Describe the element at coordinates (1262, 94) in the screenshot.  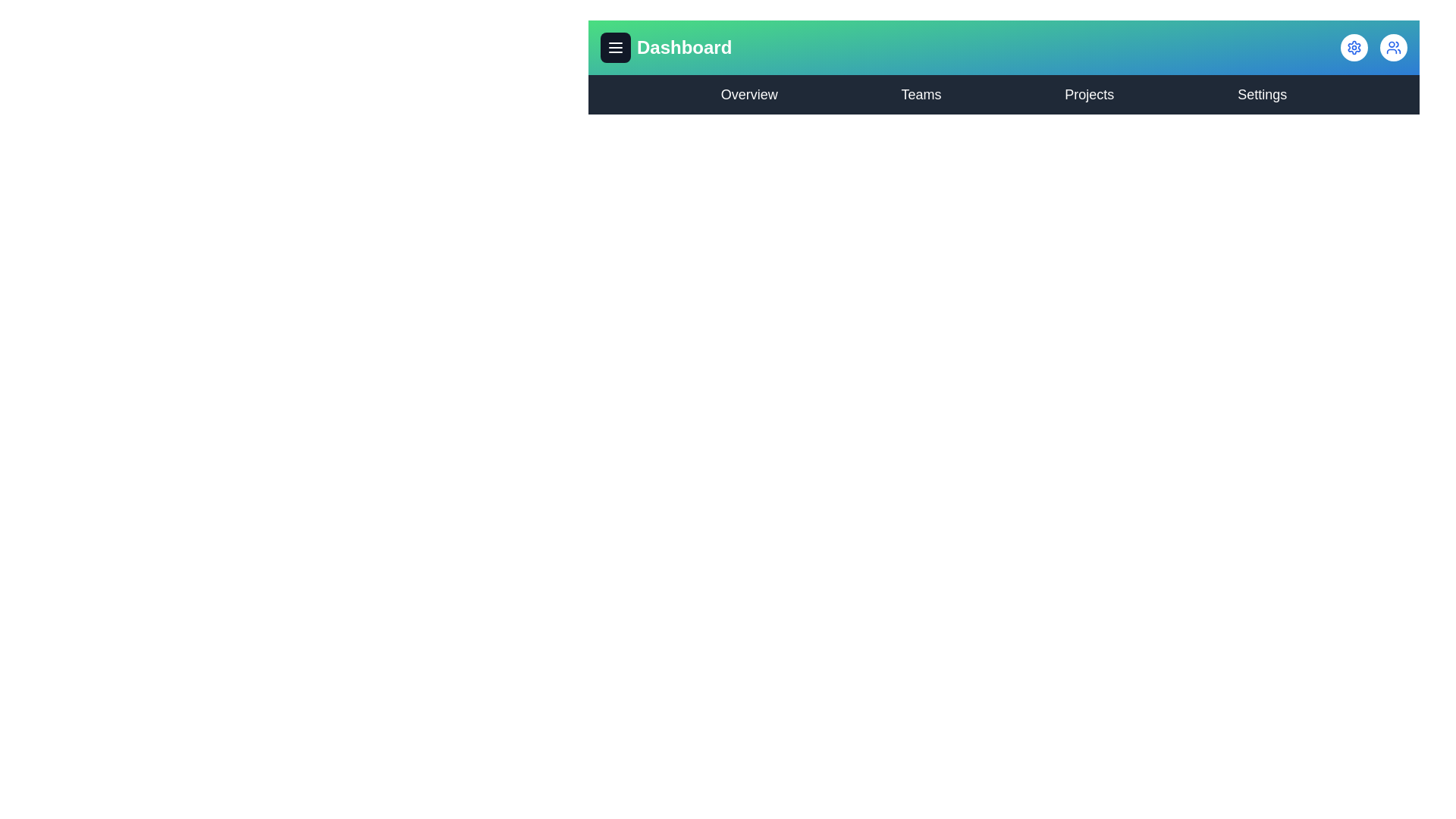
I see `the Settings navigation link` at that location.